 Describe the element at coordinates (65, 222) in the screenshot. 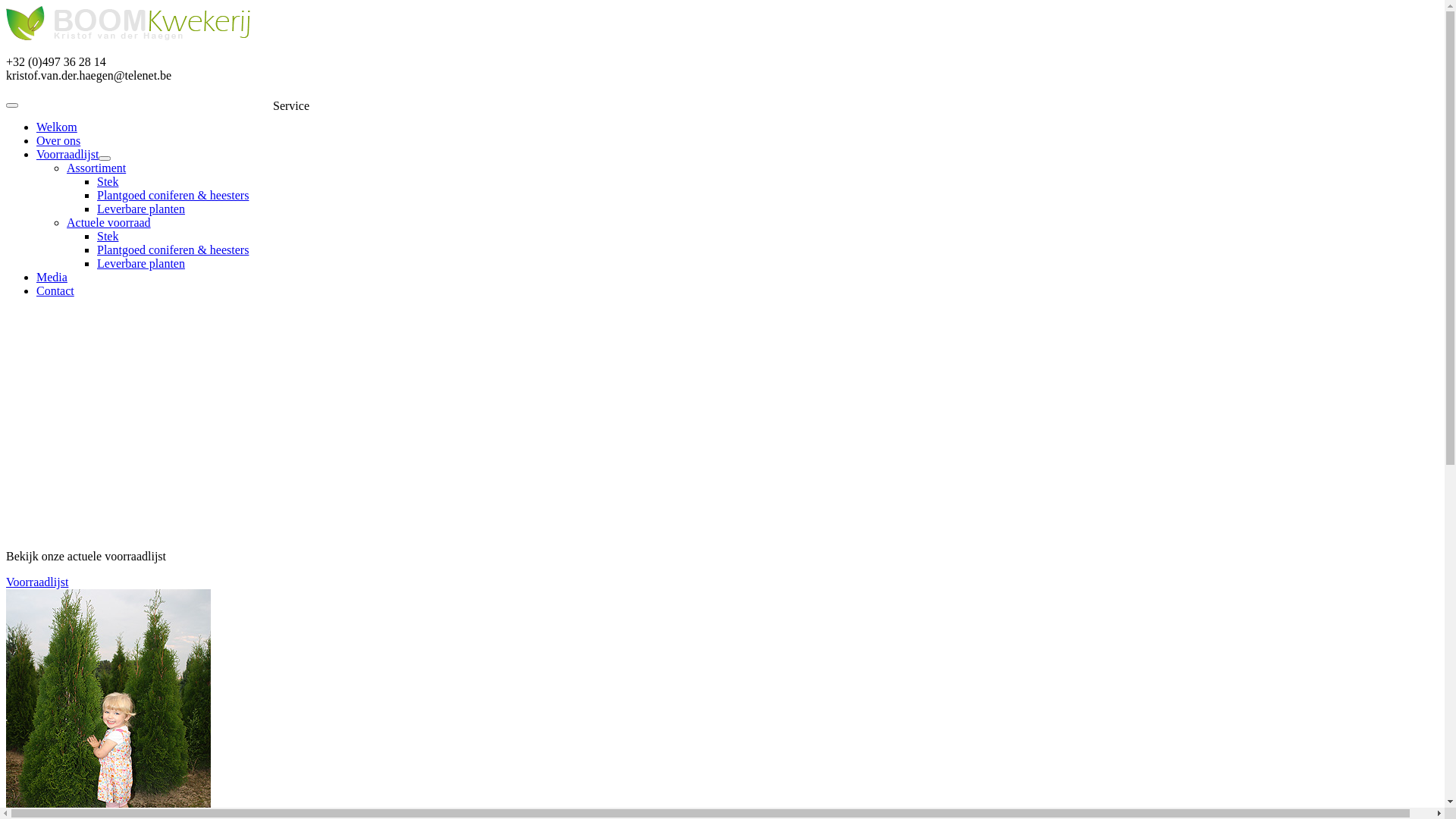

I see `'Actuele voorraad'` at that location.